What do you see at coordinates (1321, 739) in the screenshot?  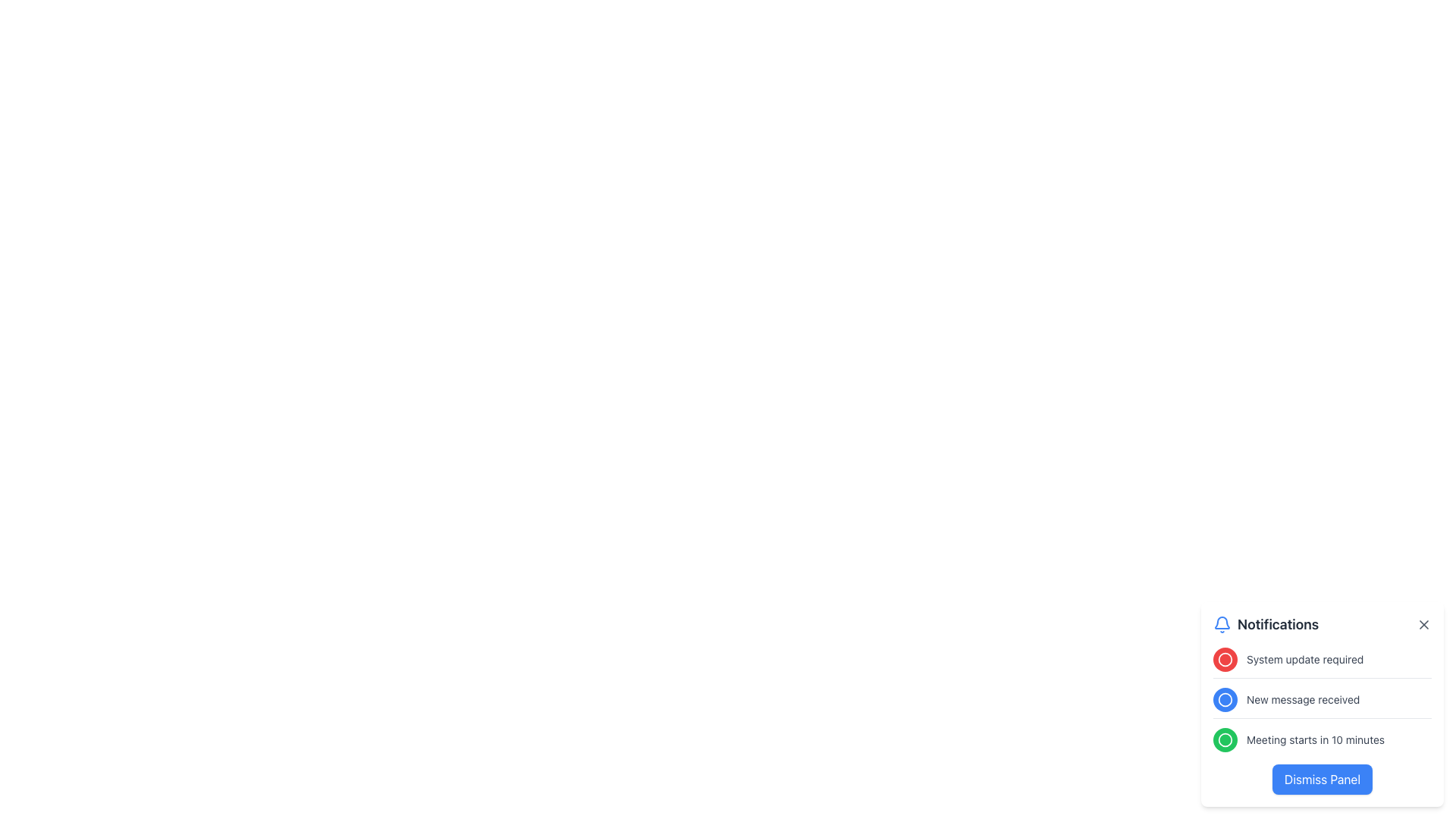 I see `details of the third notification in the list located in the bottom-right corner of the interface, positioned between 'New message received' and the 'Dismiss Panel' button` at bounding box center [1321, 739].